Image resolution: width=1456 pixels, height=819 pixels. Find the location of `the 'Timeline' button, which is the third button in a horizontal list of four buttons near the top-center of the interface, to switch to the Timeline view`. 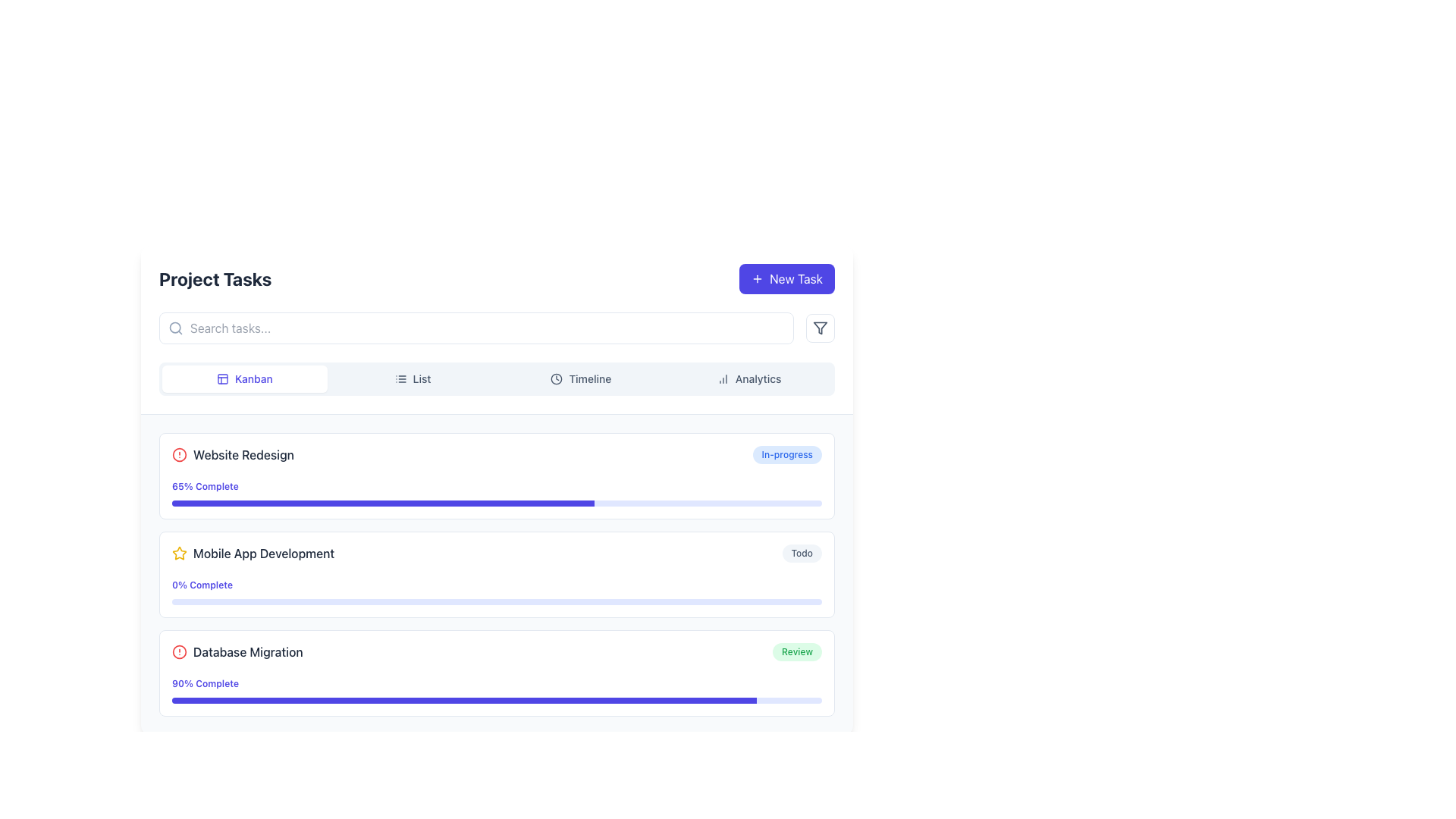

the 'Timeline' button, which is the third button in a horizontal list of four buttons near the top-center of the interface, to switch to the Timeline view is located at coordinates (580, 378).